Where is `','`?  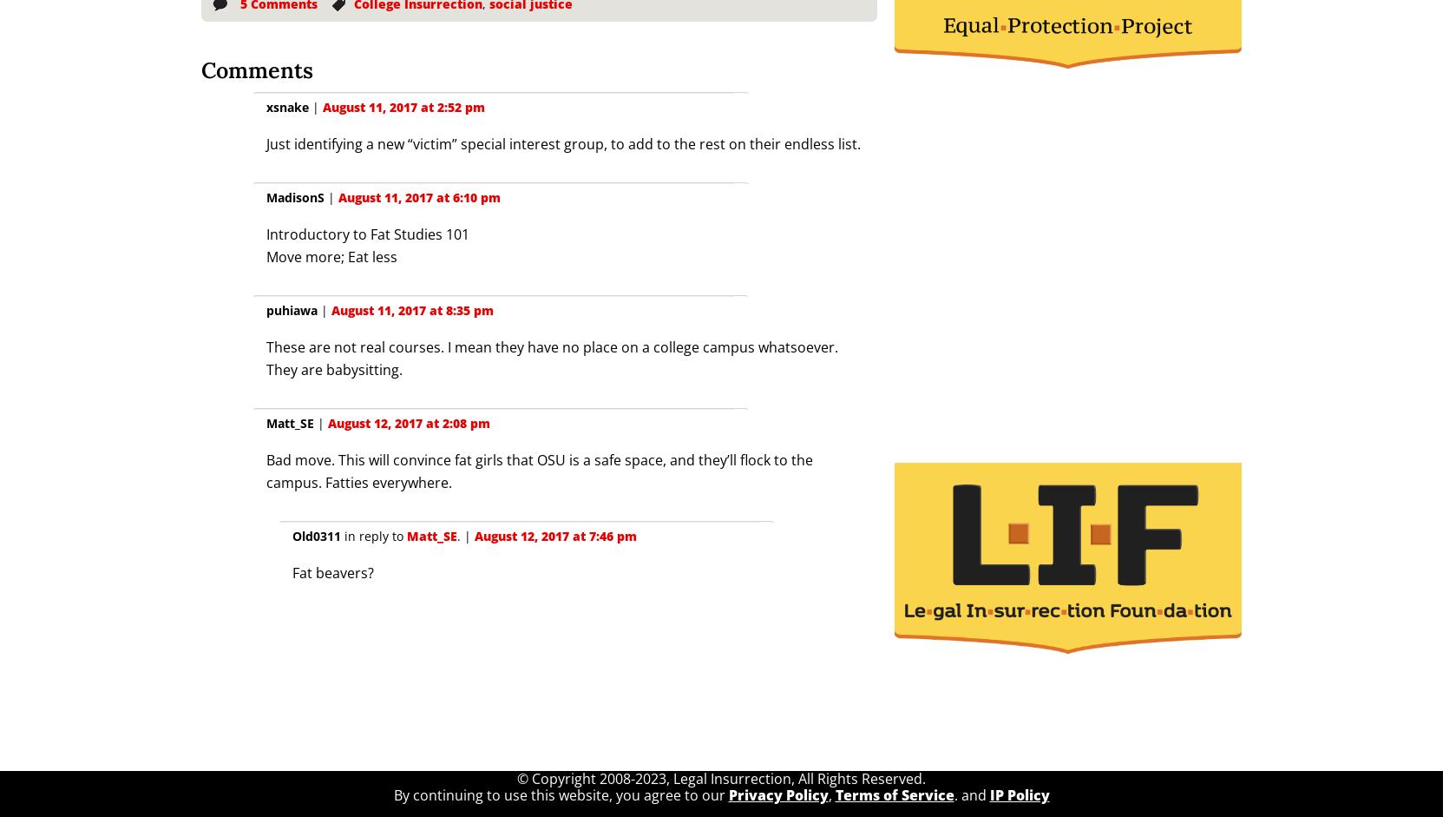
',' is located at coordinates (830, 794).